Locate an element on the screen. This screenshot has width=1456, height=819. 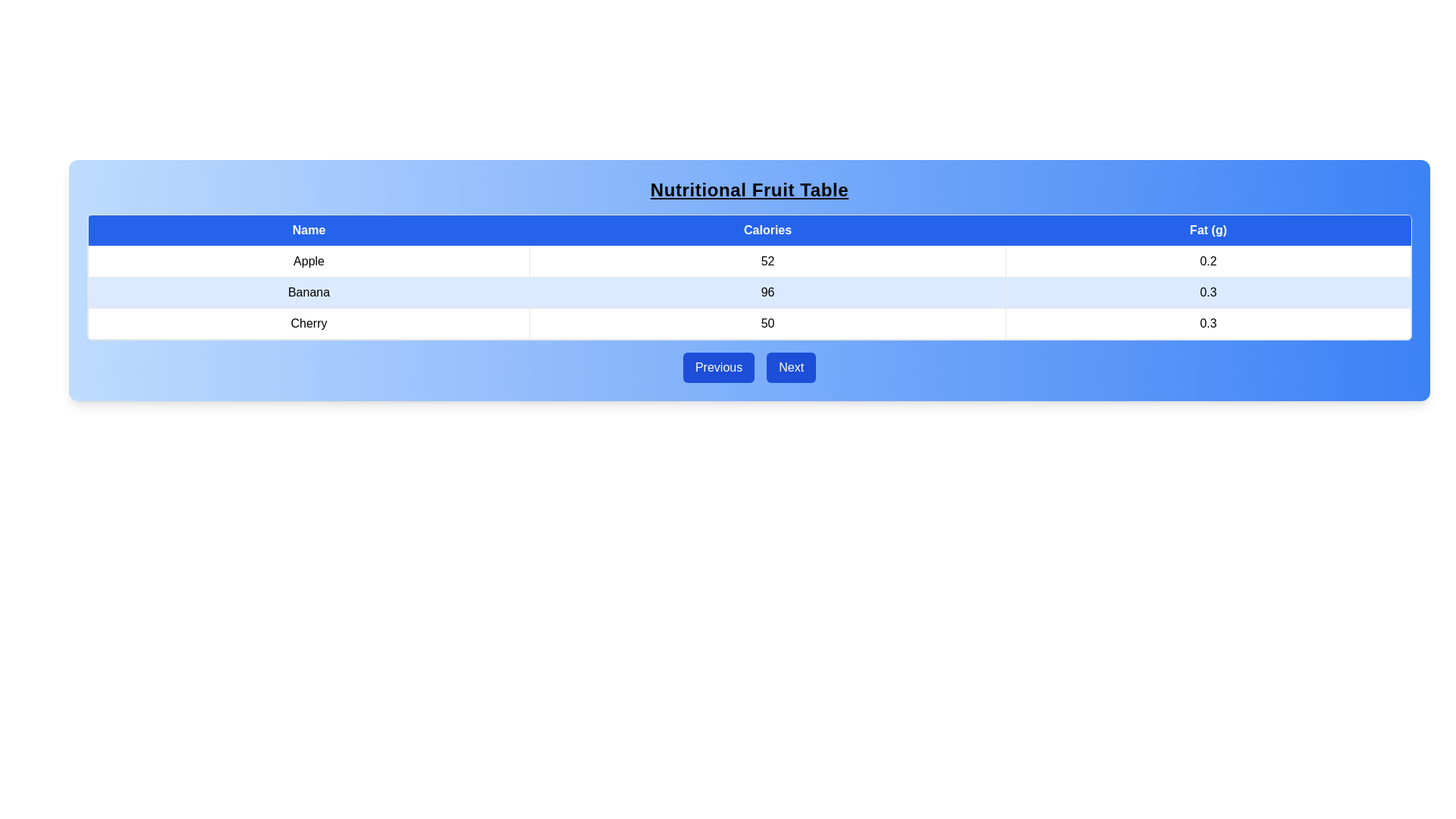
the Text data cell displaying the calorie count for 'Apple' in the second column of the first row of the table is located at coordinates (767, 260).